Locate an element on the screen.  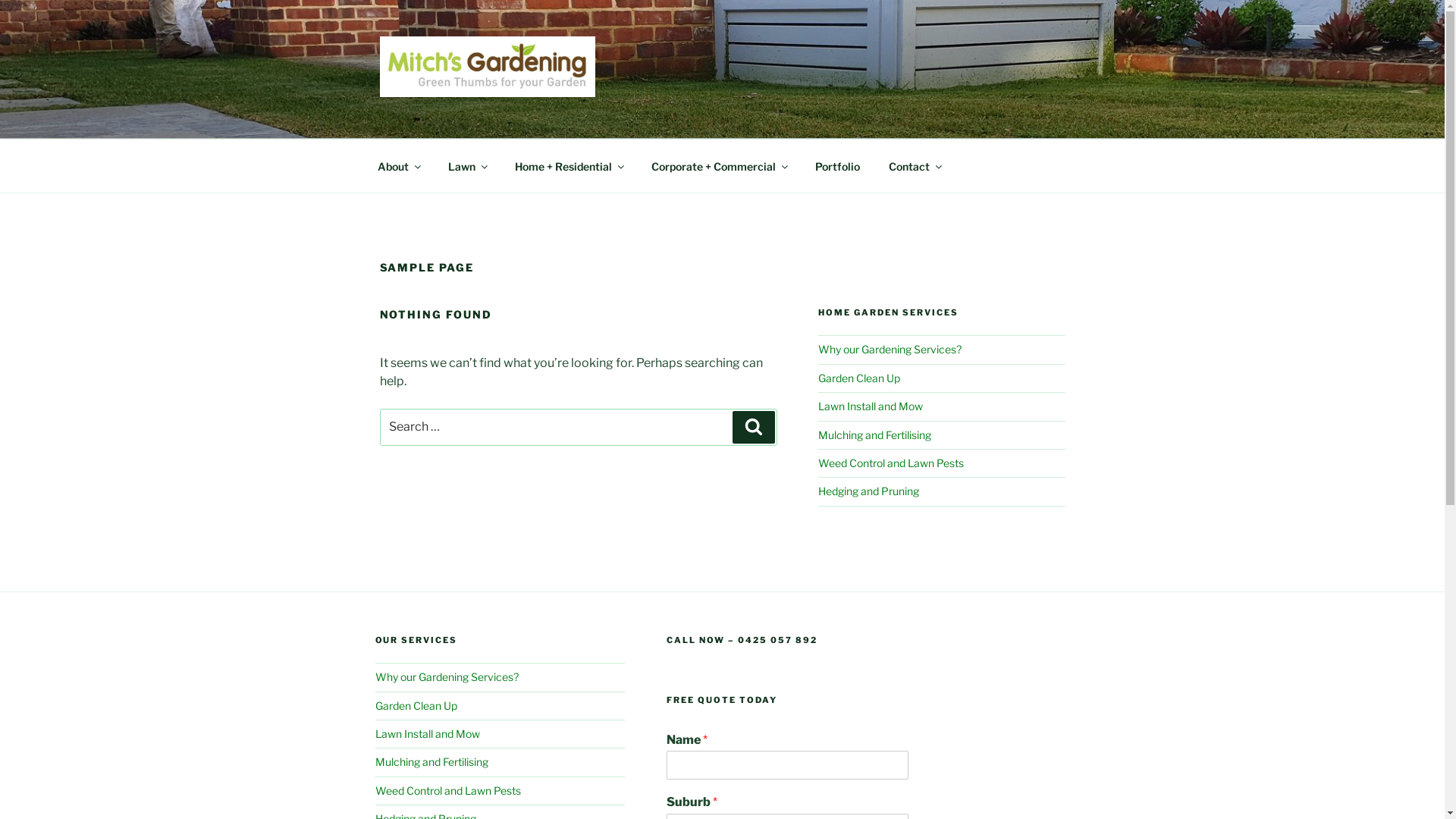
'Contact' is located at coordinates (913, 165).